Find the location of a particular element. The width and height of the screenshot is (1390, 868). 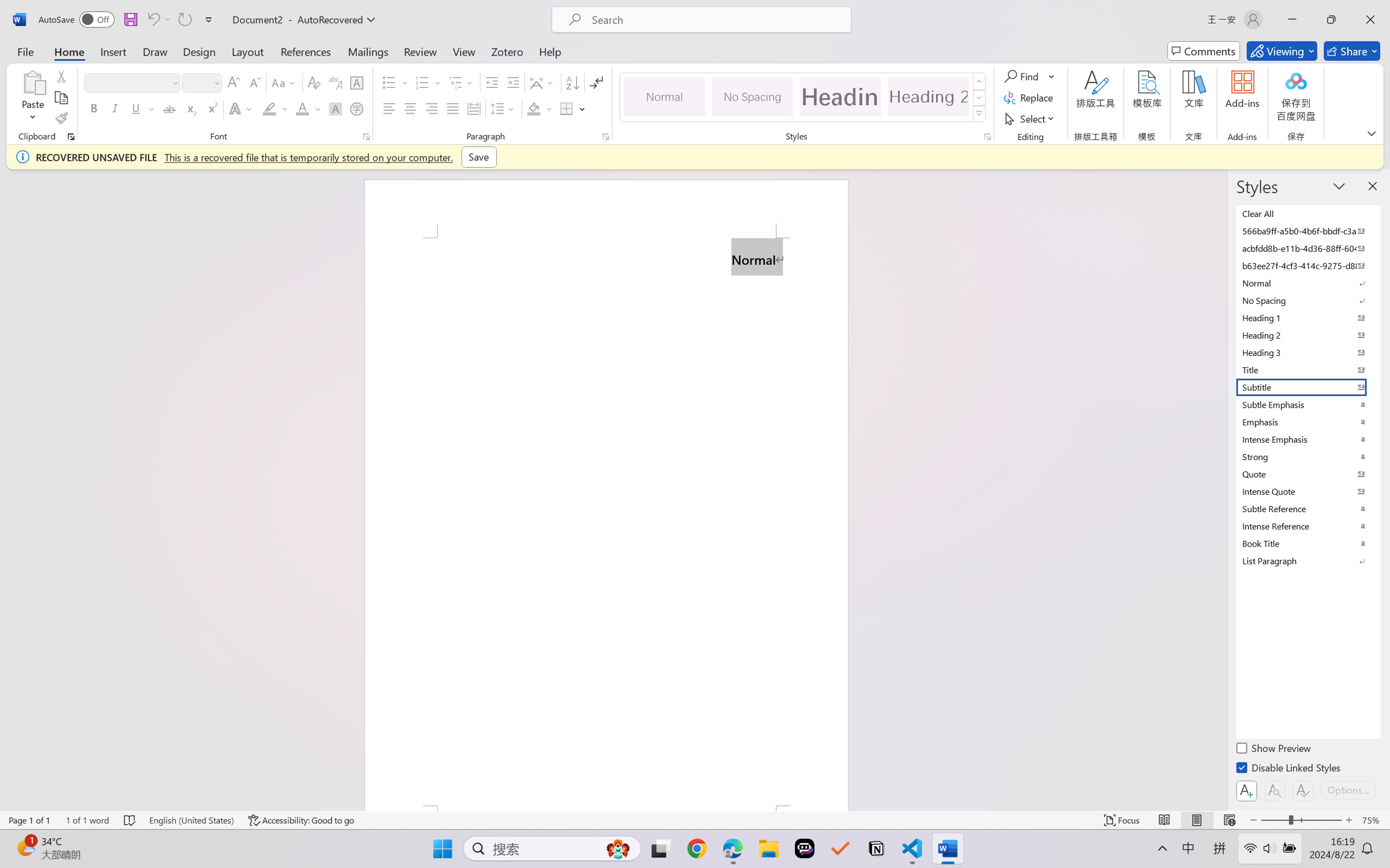

'Subtitle' is located at coordinates (1307, 386).